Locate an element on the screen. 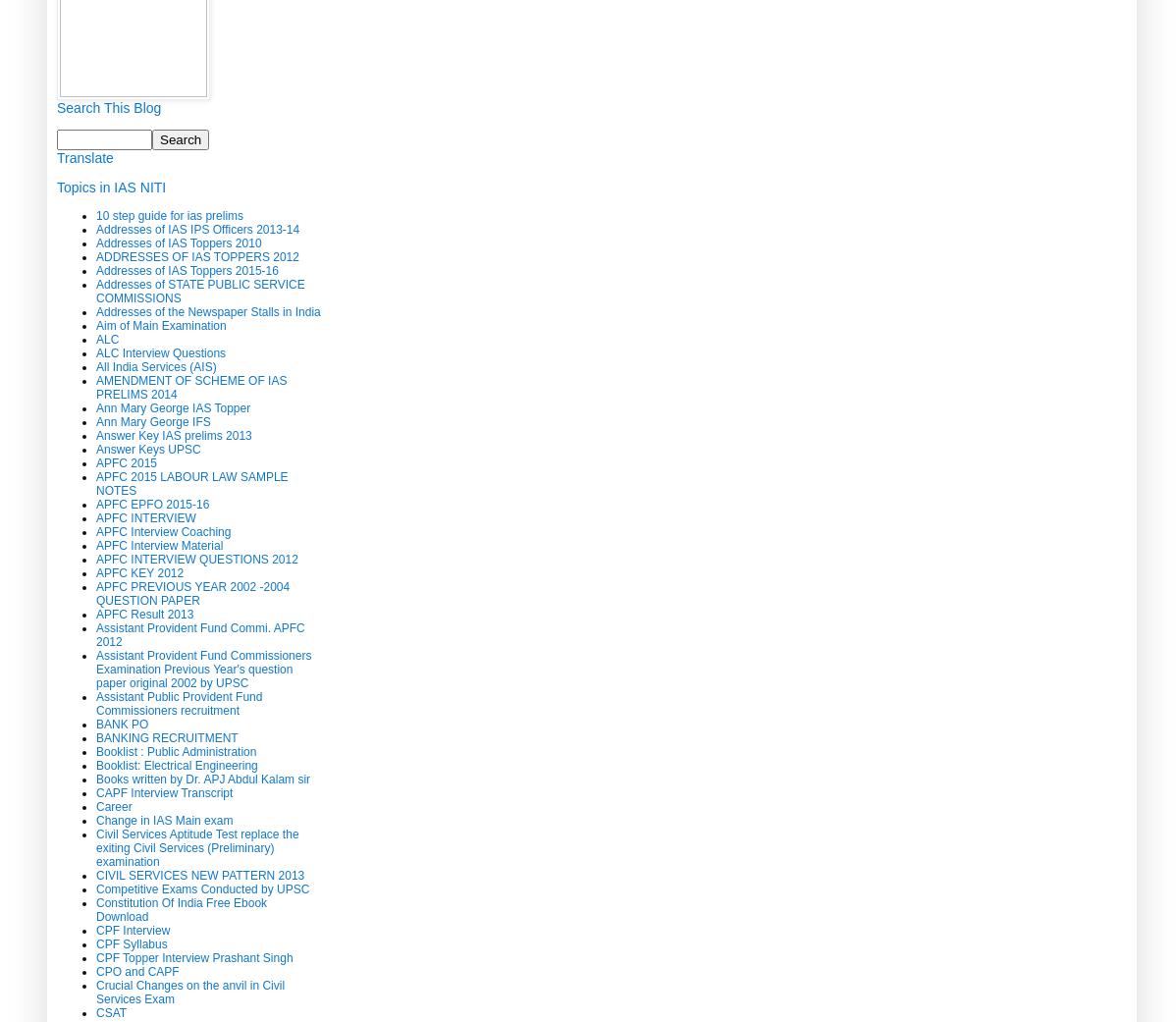  'Assistant Provident Fund Commissioners Examination Previous Year's question paper original 2002 by UPSC' is located at coordinates (203, 668).